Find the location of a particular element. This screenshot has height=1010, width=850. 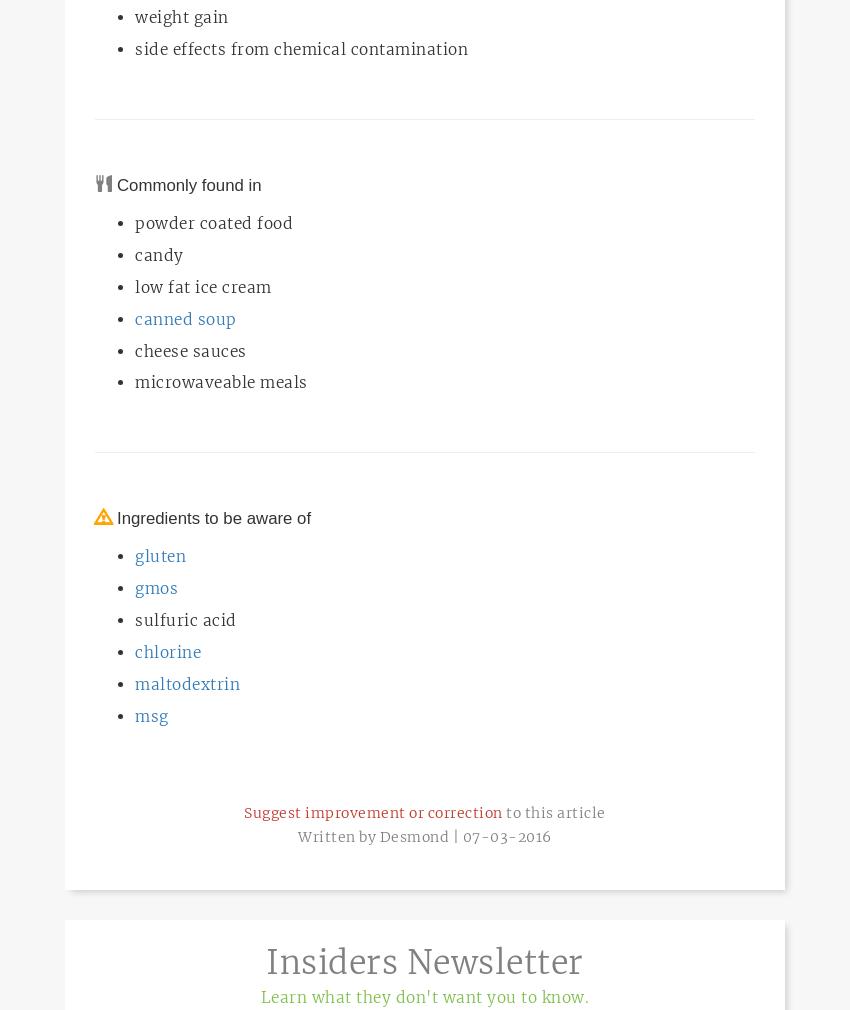

'canned soup' is located at coordinates (184, 318).